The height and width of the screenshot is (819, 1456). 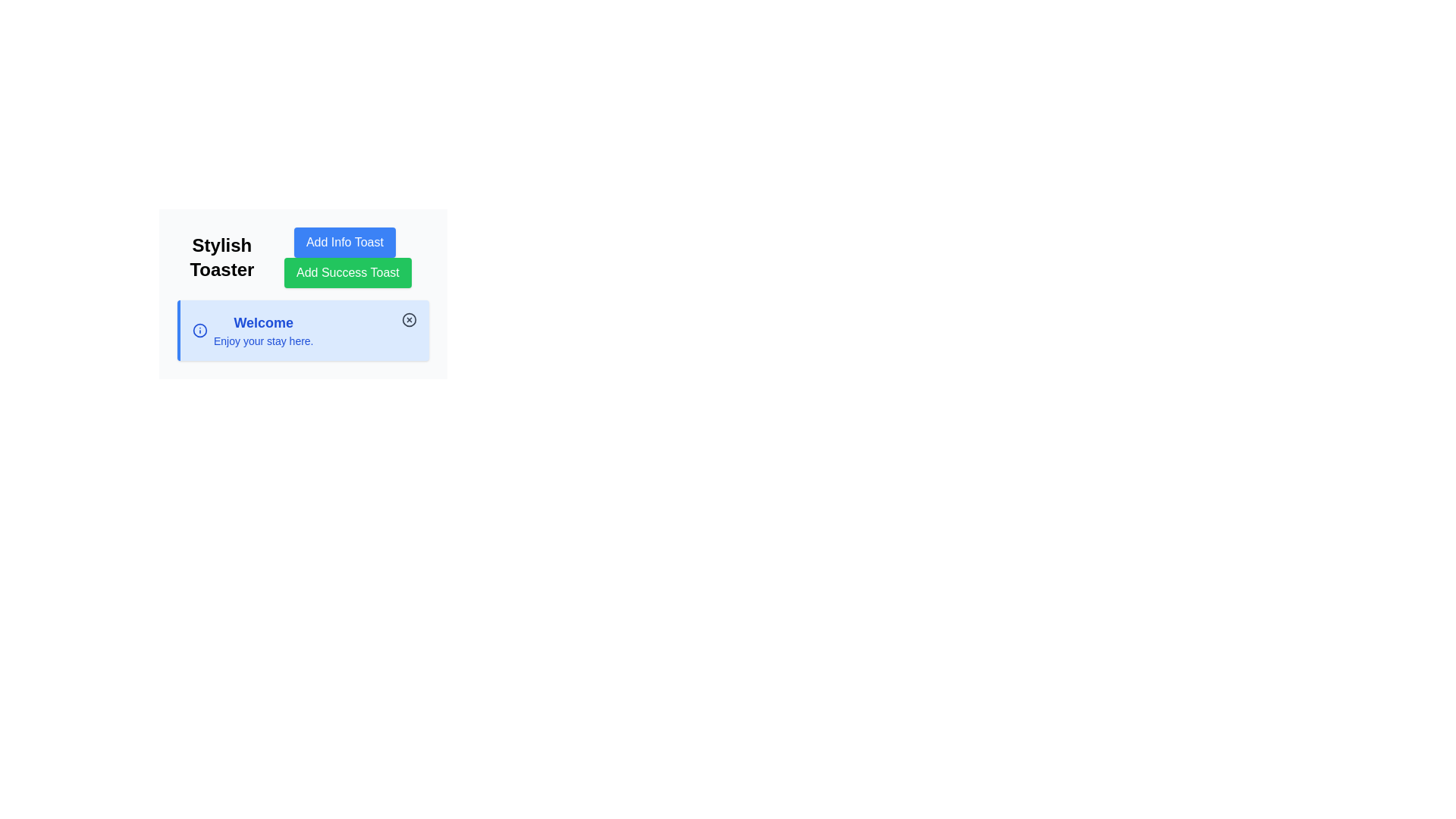 What do you see at coordinates (199, 329) in the screenshot?
I see `the outermost circular icon component located at the bottom-right of the notification area` at bounding box center [199, 329].